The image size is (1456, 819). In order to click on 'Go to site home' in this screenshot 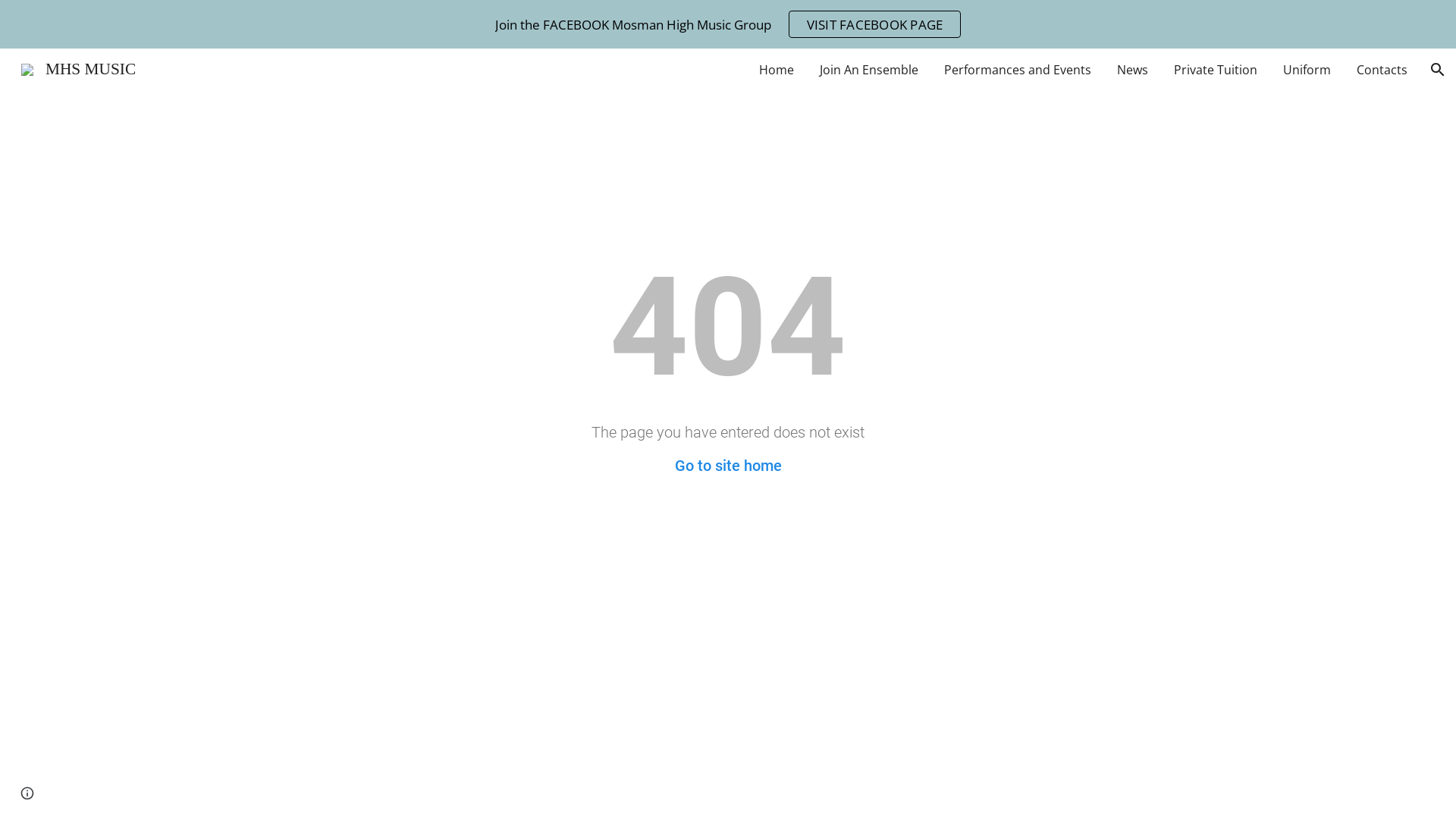, I will do `click(728, 464)`.